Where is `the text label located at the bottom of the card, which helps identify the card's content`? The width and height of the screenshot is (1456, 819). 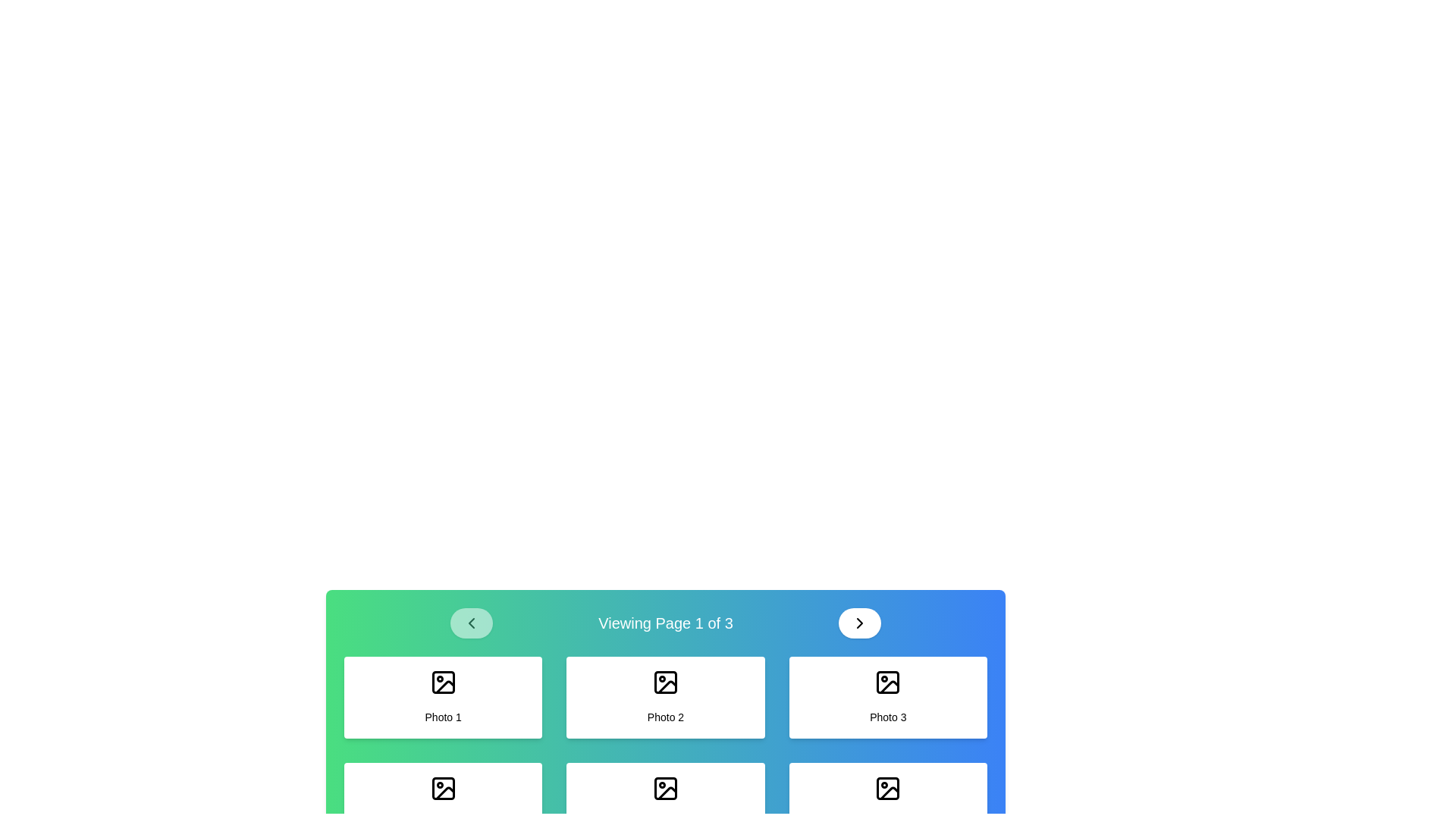
the text label located at the bottom of the card, which helps identify the card's content is located at coordinates (442, 717).